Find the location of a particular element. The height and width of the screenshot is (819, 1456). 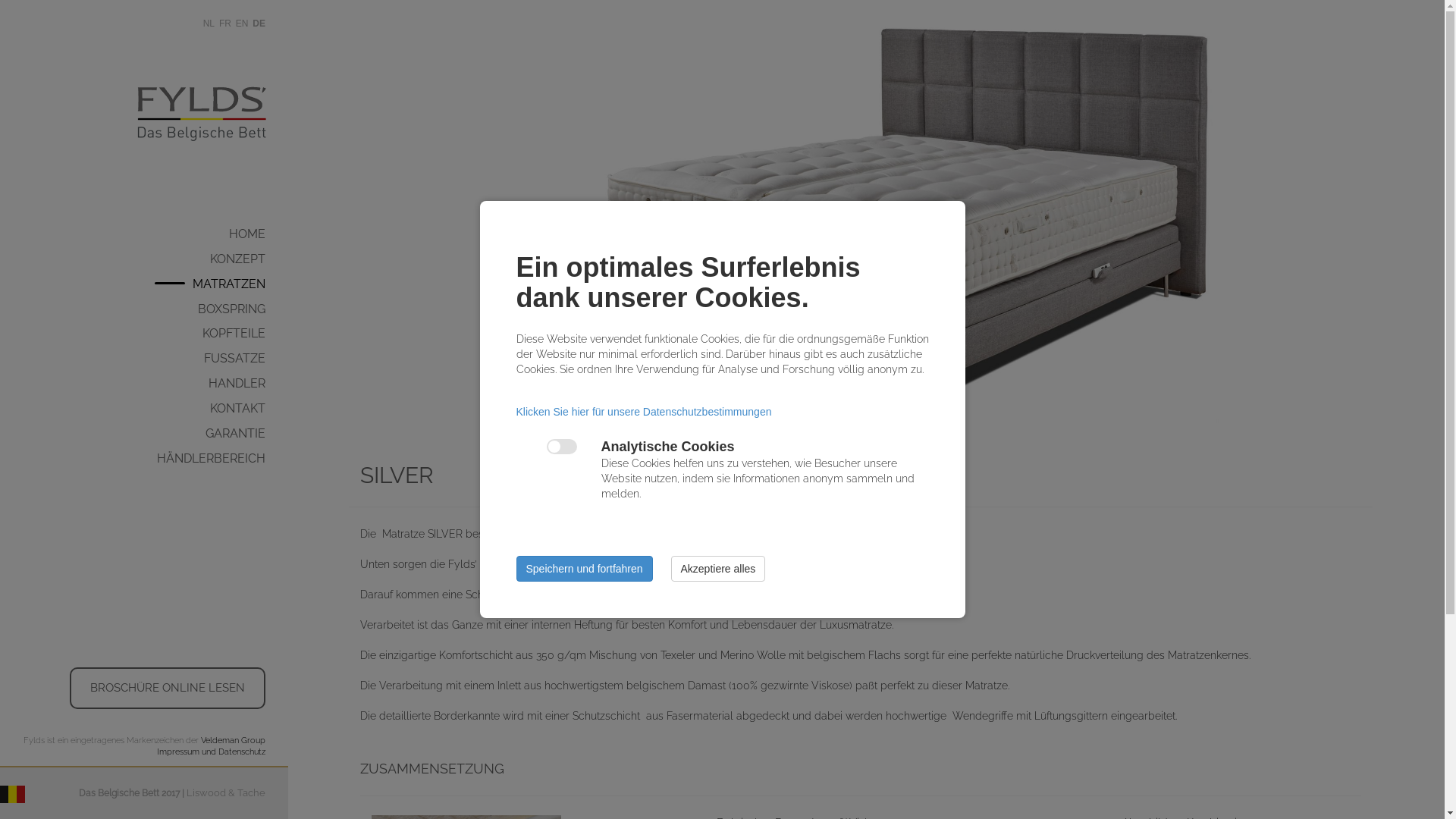

'Veldeman Group' is located at coordinates (199, 739).